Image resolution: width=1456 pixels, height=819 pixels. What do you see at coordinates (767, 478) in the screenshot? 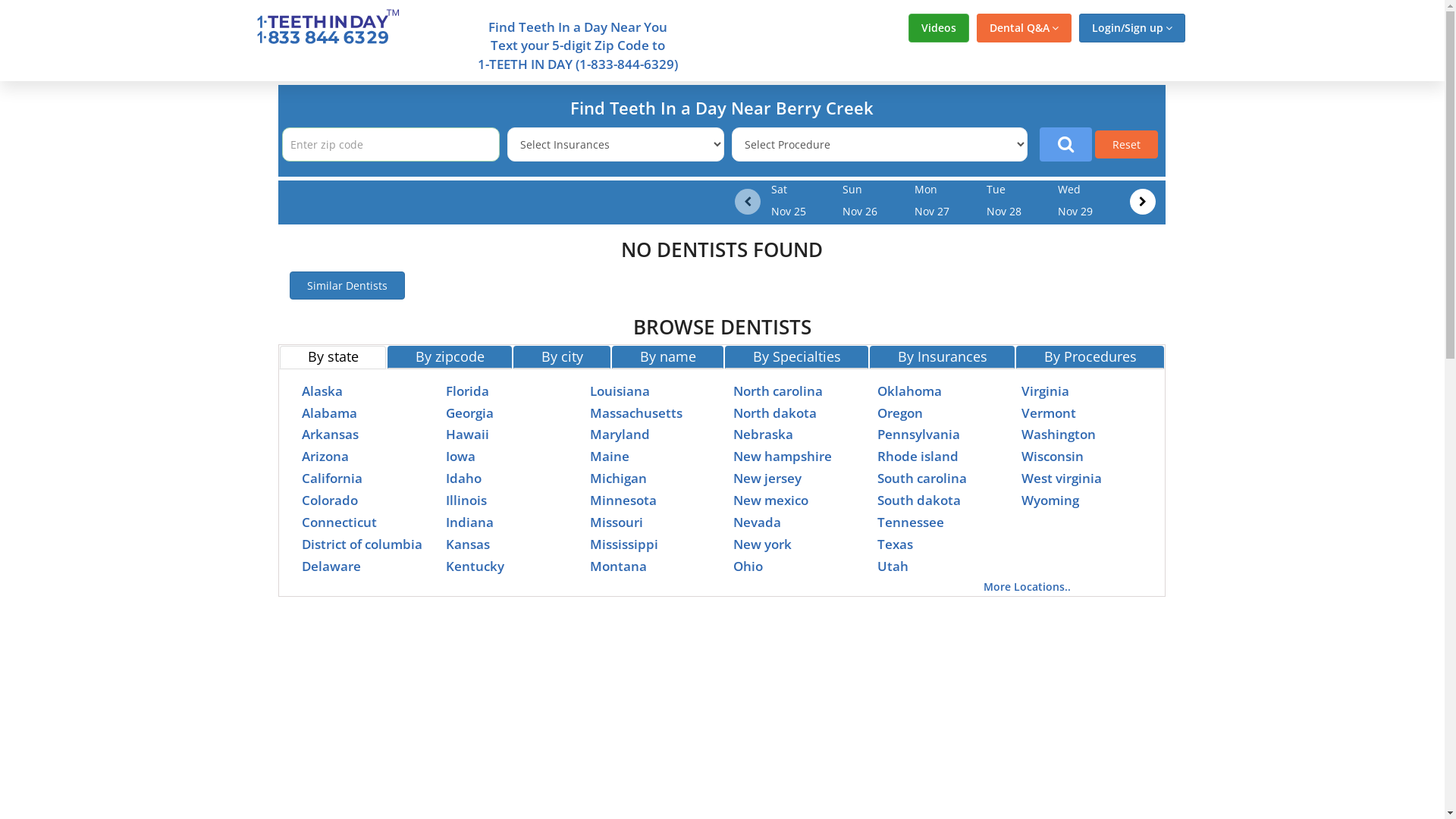
I see `'New jersey'` at bounding box center [767, 478].